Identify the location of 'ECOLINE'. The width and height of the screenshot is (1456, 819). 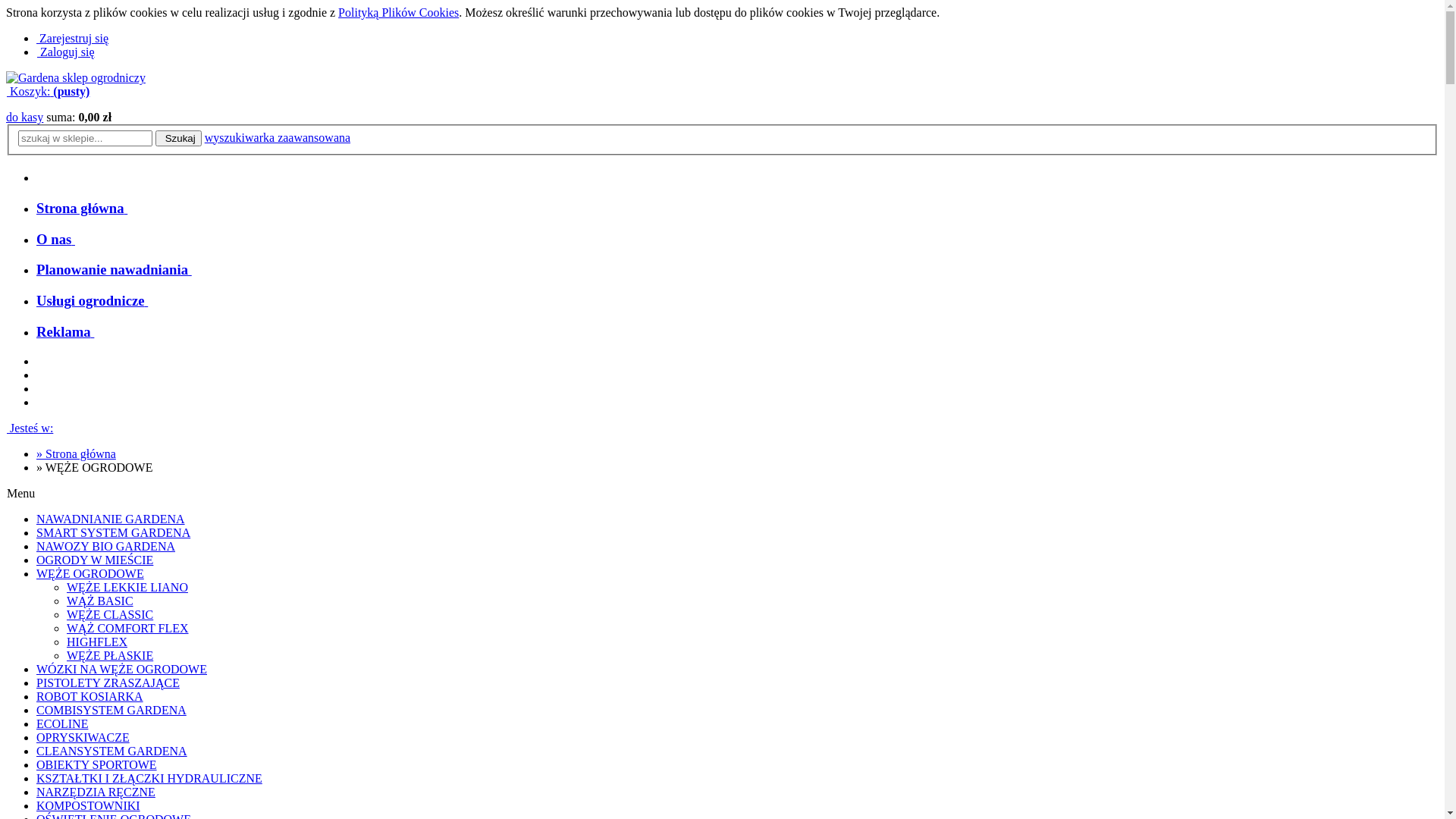
(61, 723).